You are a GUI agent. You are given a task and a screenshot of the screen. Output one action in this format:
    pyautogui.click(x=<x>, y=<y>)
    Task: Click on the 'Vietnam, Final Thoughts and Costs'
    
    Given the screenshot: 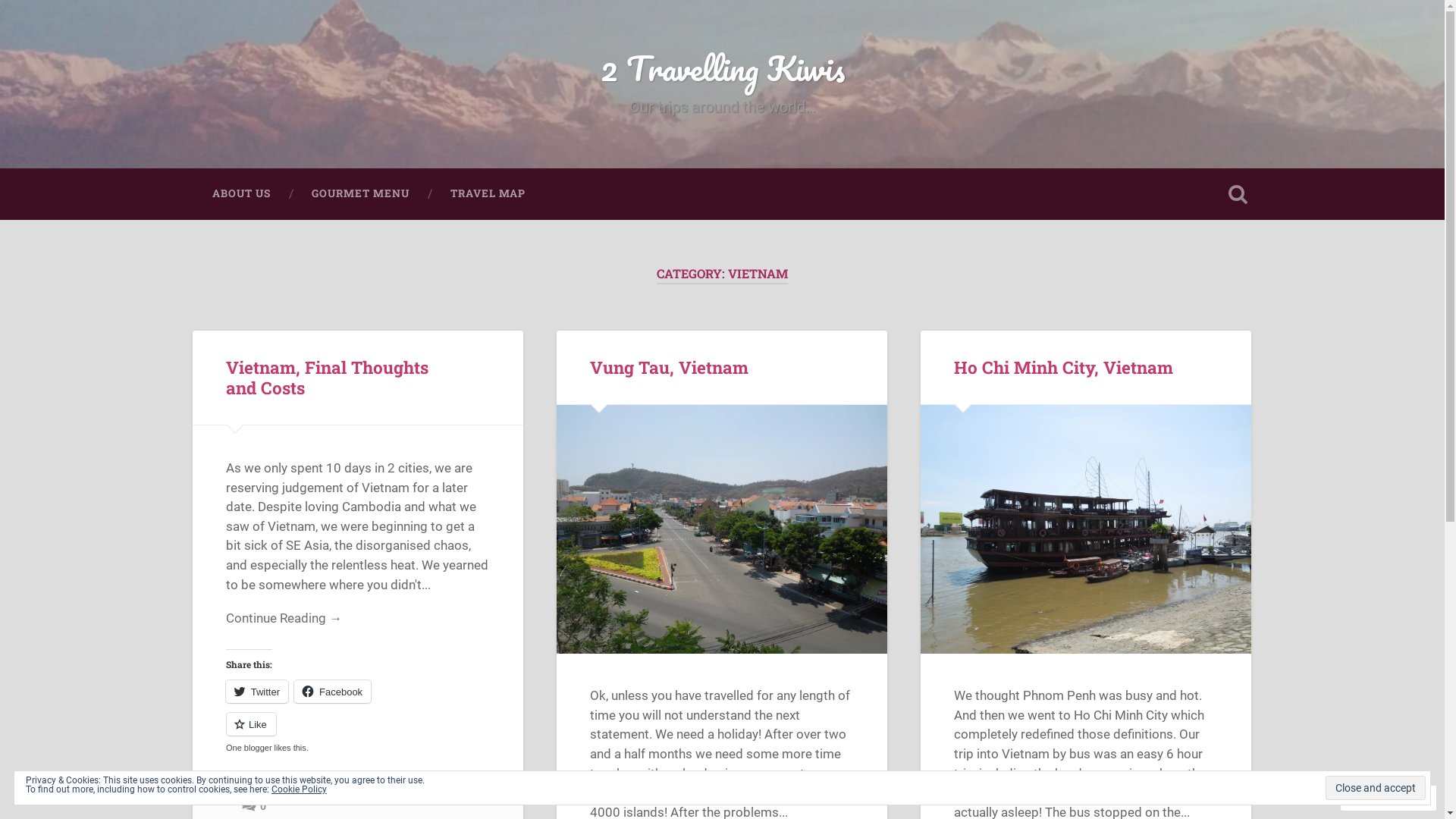 What is the action you would take?
    pyautogui.click(x=326, y=376)
    